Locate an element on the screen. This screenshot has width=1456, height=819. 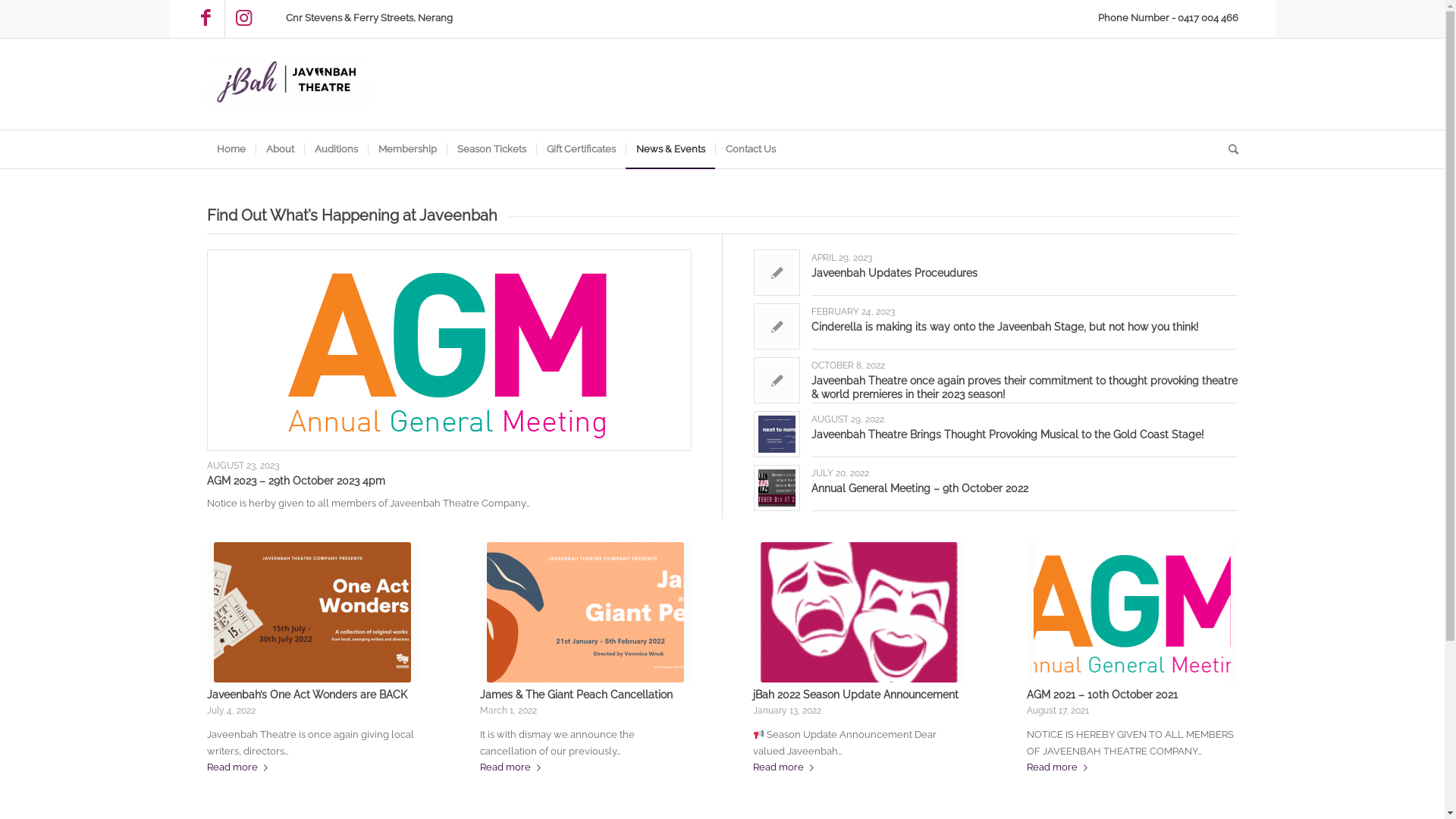
'Season Tickets' is located at coordinates (491, 149).